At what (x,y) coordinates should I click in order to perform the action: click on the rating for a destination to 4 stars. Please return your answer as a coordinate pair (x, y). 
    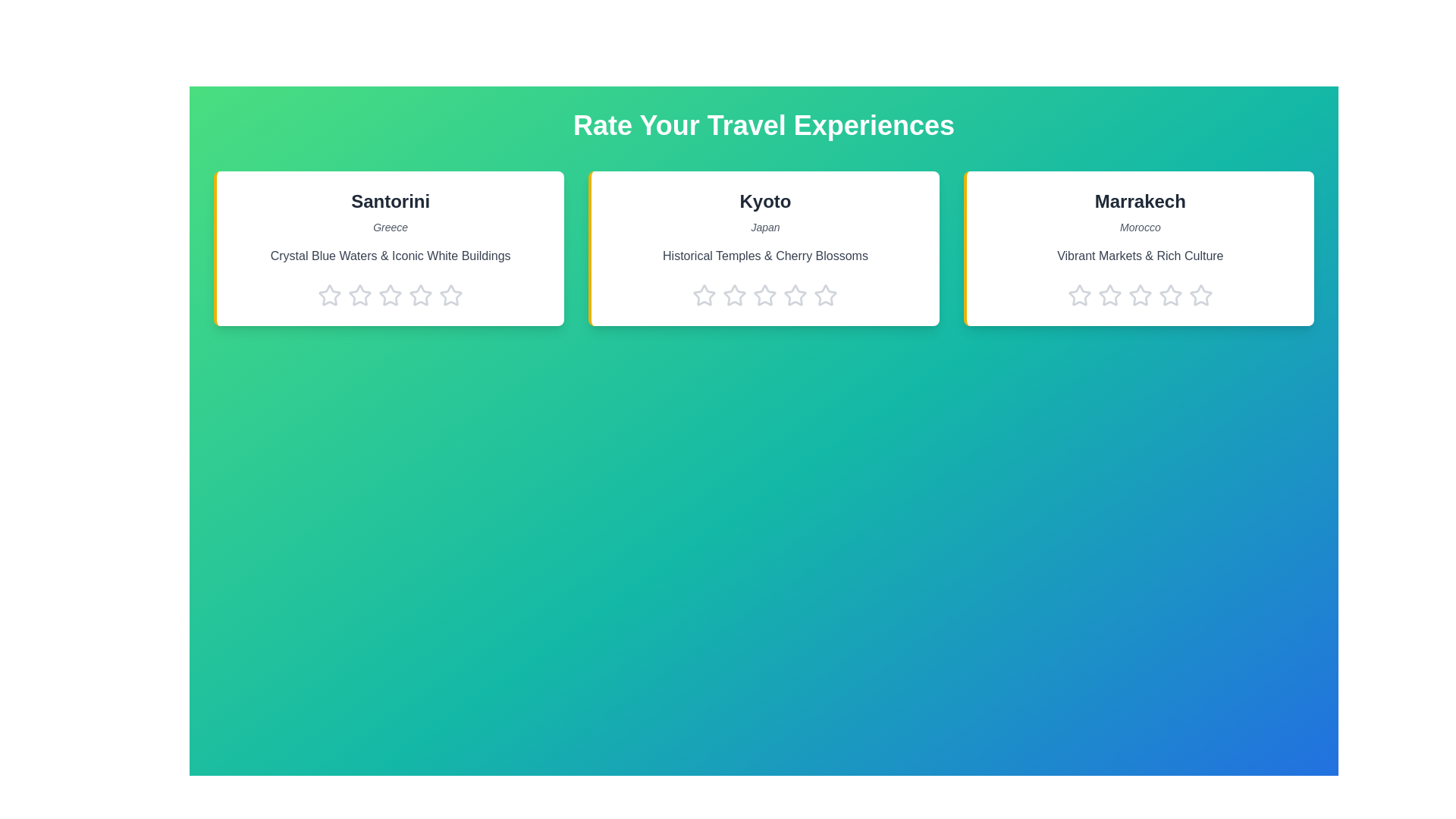
    Looking at the image, I should click on (421, 295).